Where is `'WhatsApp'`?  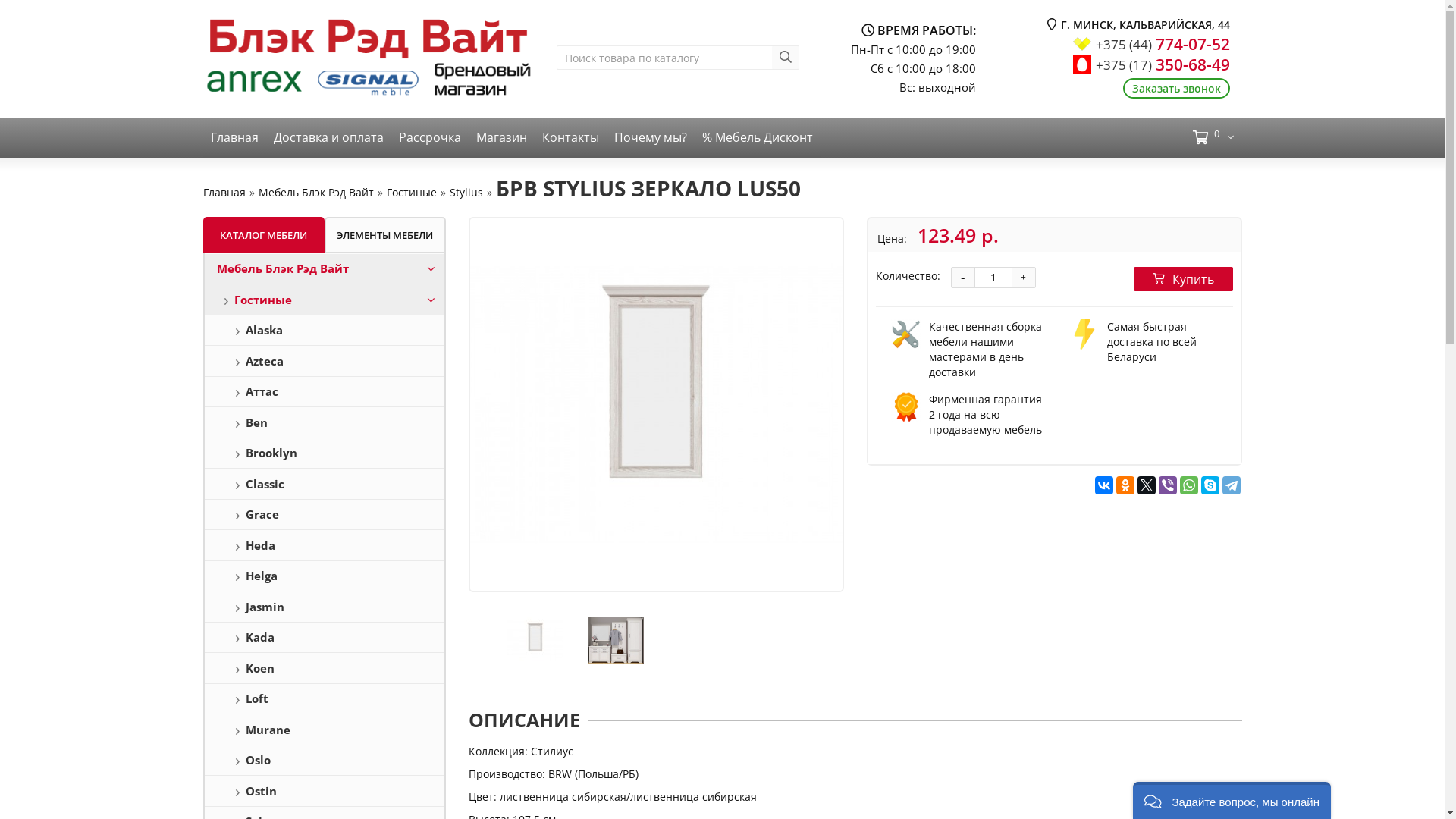 'WhatsApp' is located at coordinates (1188, 485).